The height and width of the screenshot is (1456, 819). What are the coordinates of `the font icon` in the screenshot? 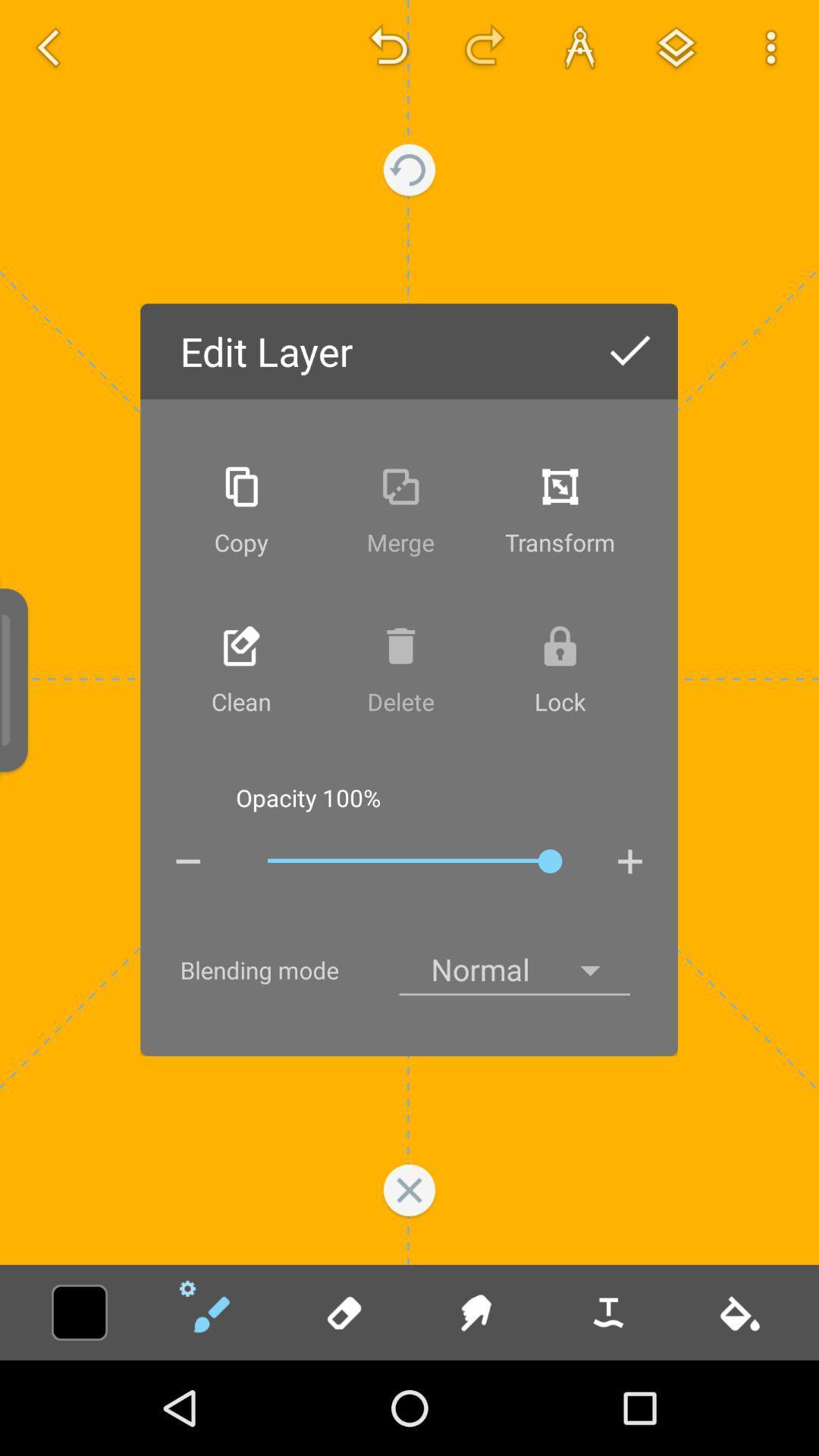 It's located at (579, 47).